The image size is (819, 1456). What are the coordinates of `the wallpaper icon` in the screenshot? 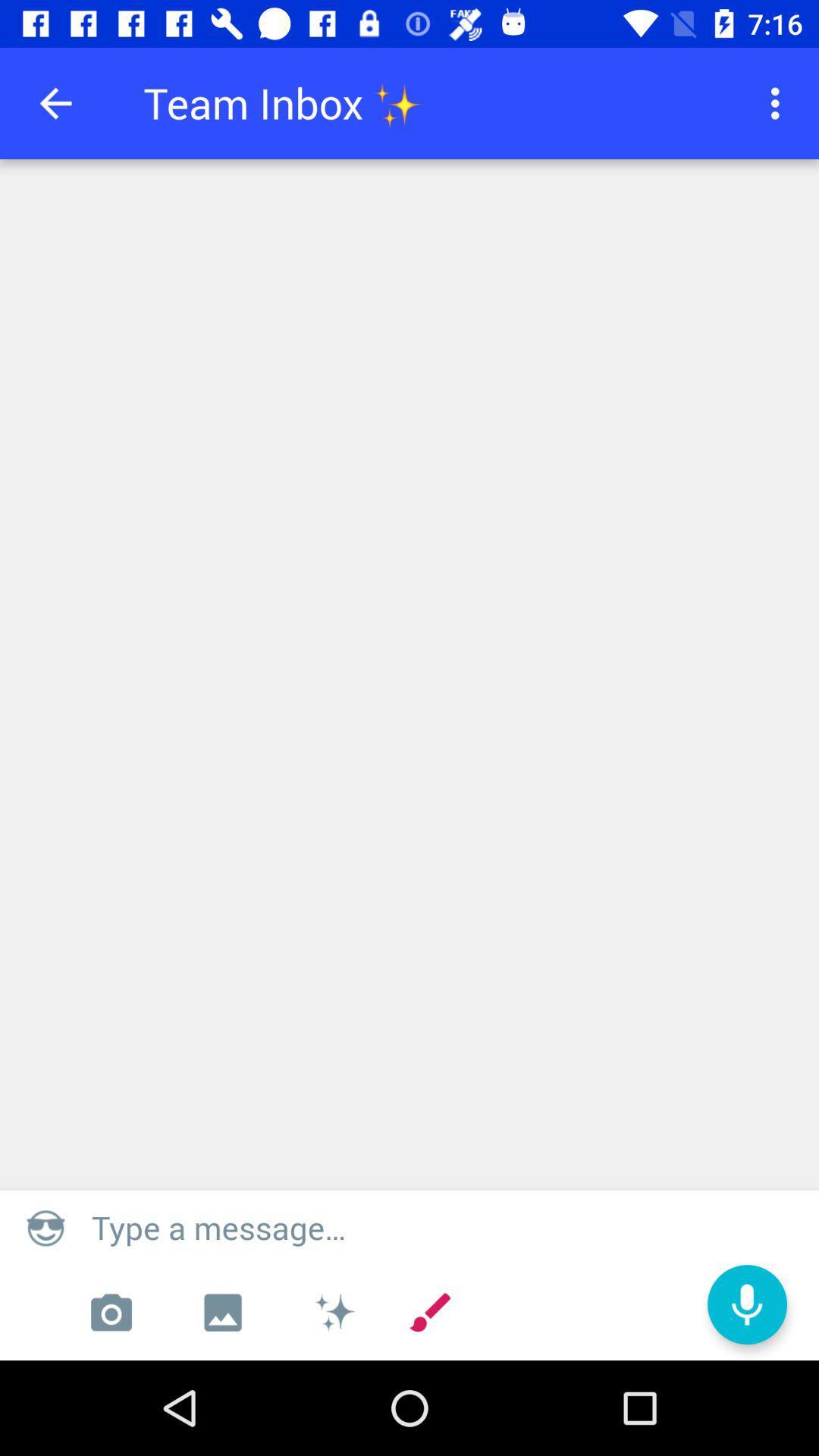 It's located at (222, 1312).